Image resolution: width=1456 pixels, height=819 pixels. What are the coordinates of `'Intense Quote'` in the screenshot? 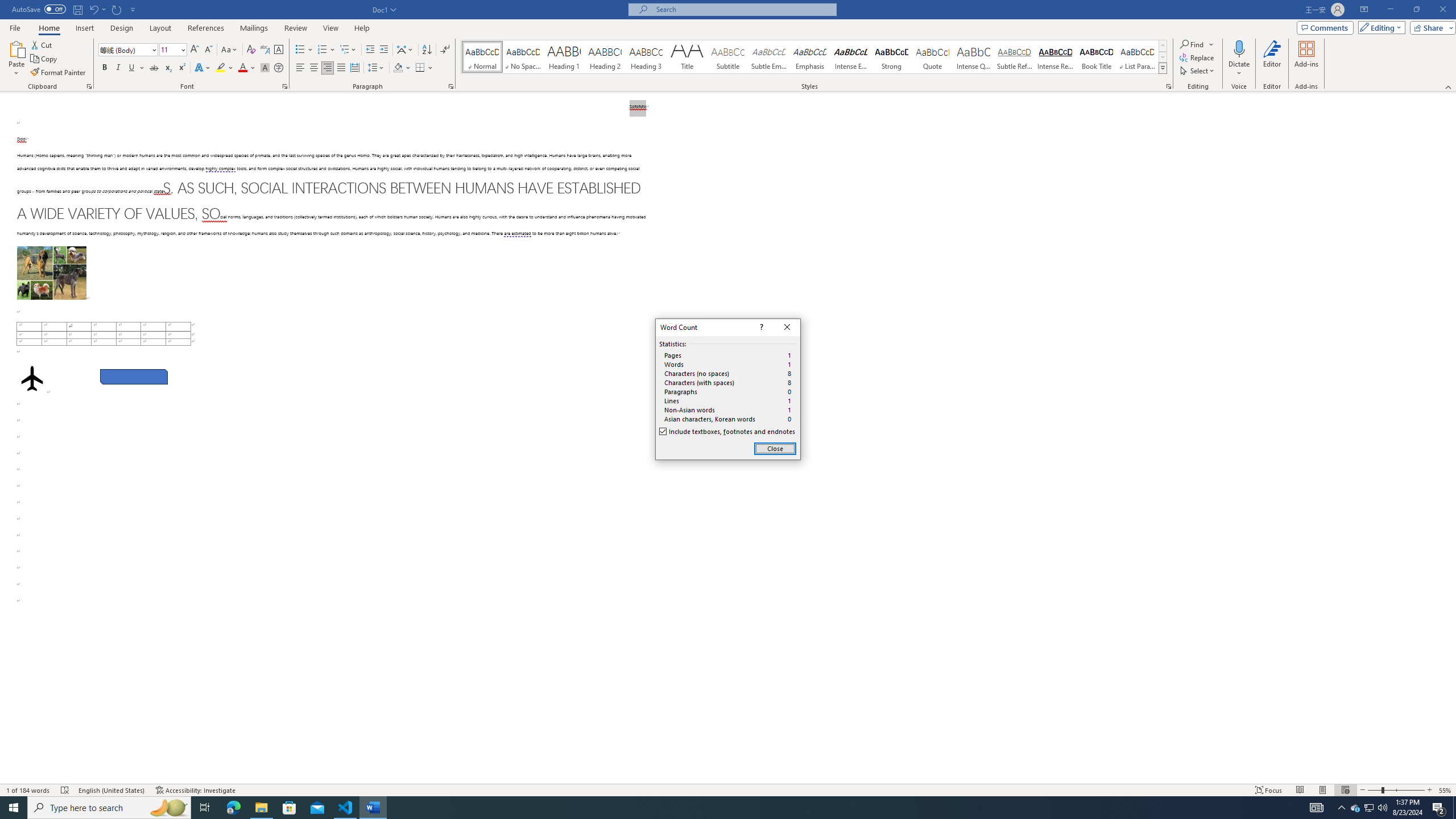 It's located at (974, 56).